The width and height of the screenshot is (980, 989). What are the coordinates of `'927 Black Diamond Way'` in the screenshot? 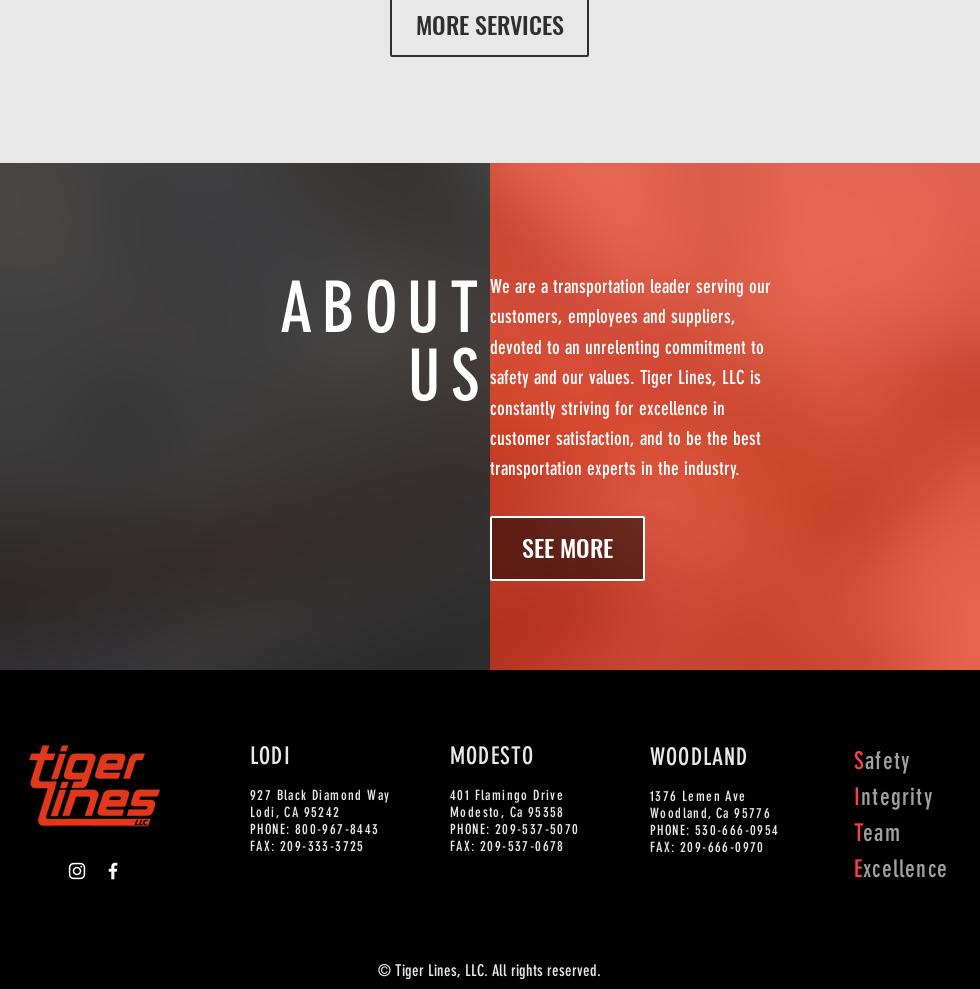 It's located at (319, 794).